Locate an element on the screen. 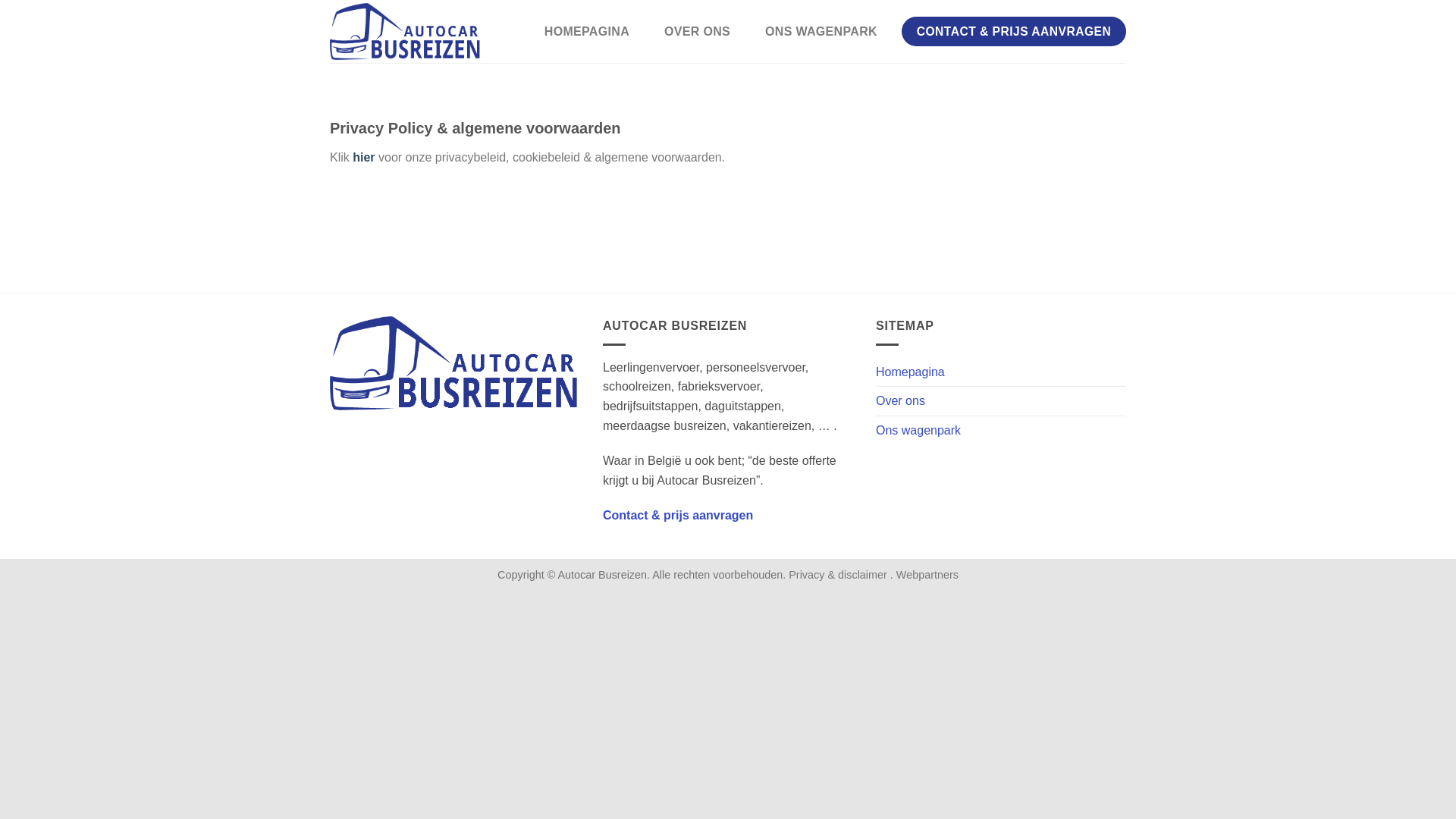 The width and height of the screenshot is (1456, 819). 'Over ons' is located at coordinates (900, 400).